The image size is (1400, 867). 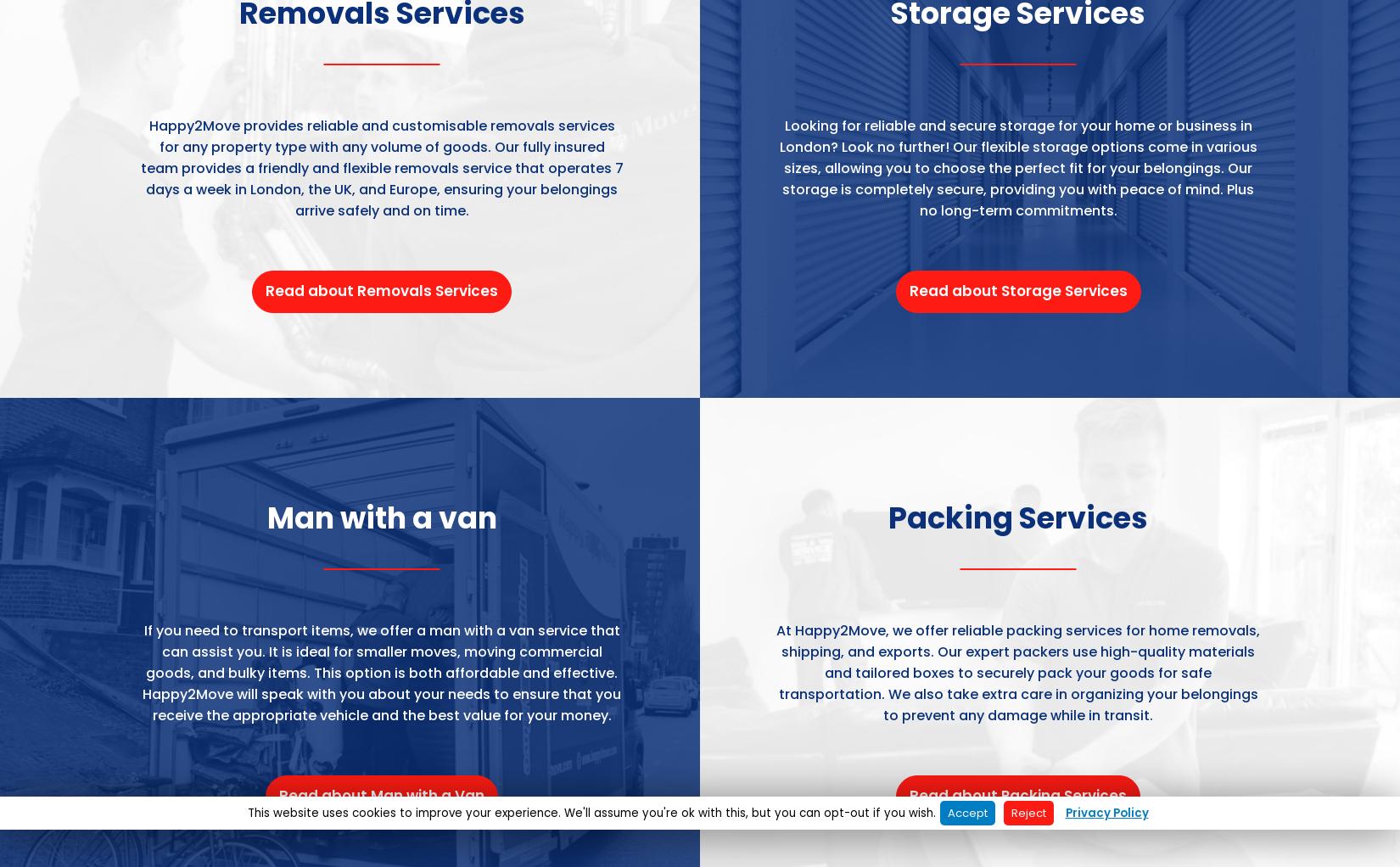 What do you see at coordinates (590, 812) in the screenshot?
I see `'This website uses cookies to improve your experience. We'll assume you're ok with this, but you can opt-out if you wish.'` at bounding box center [590, 812].